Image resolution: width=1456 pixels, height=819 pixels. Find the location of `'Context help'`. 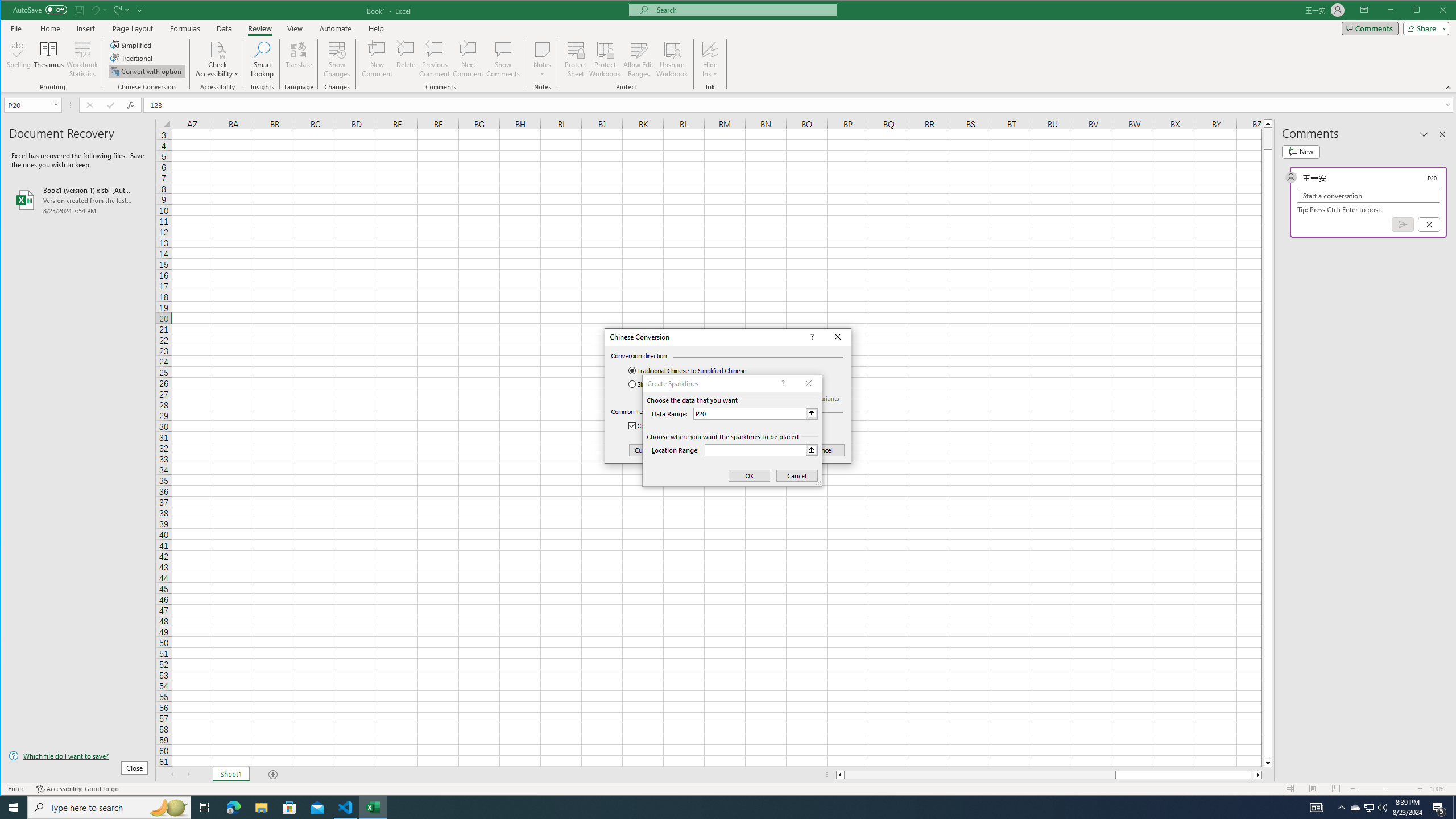

'Context help' is located at coordinates (810, 336).